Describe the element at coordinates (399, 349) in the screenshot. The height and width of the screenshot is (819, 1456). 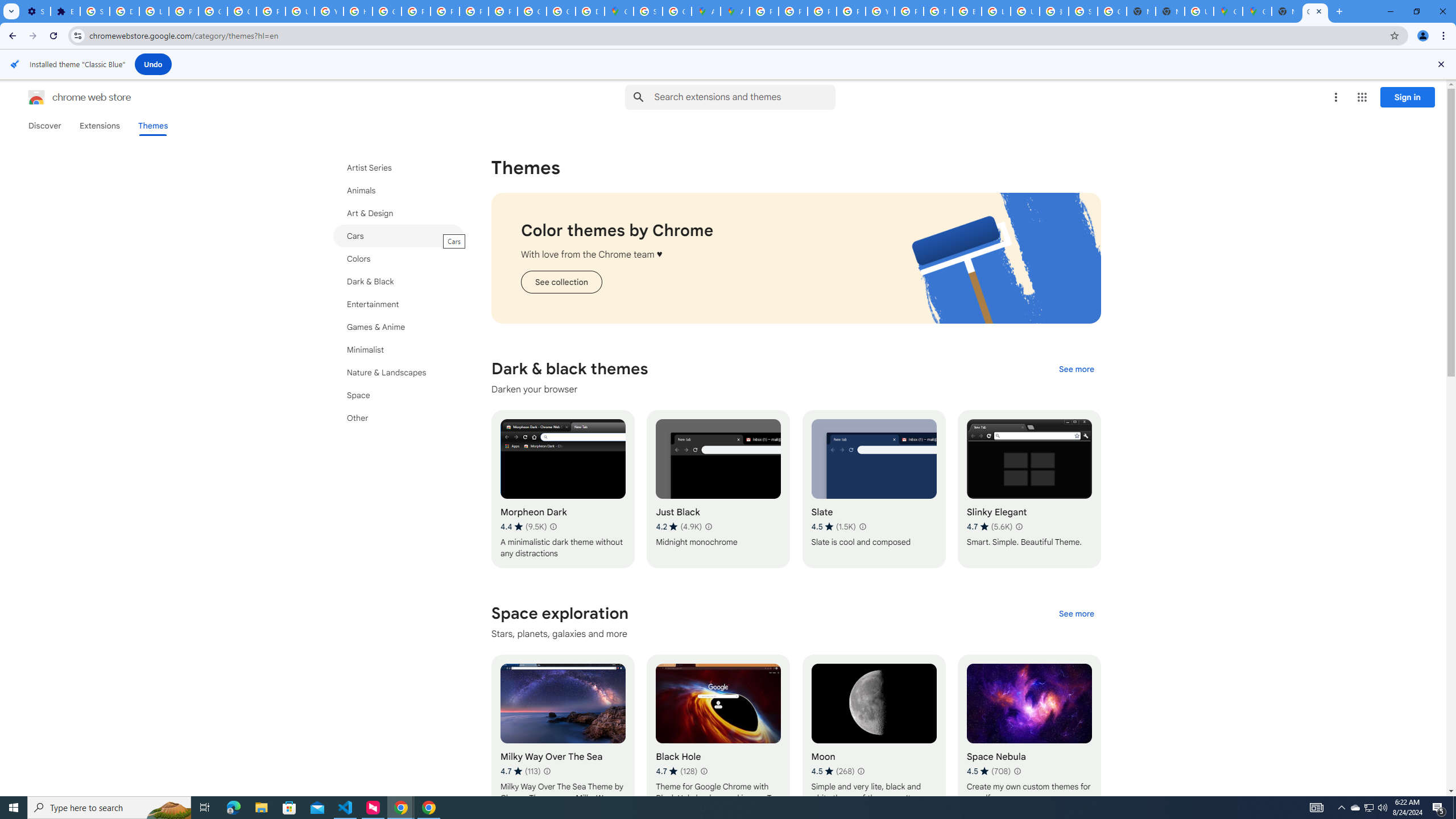
I see `'Minimalist'` at that location.